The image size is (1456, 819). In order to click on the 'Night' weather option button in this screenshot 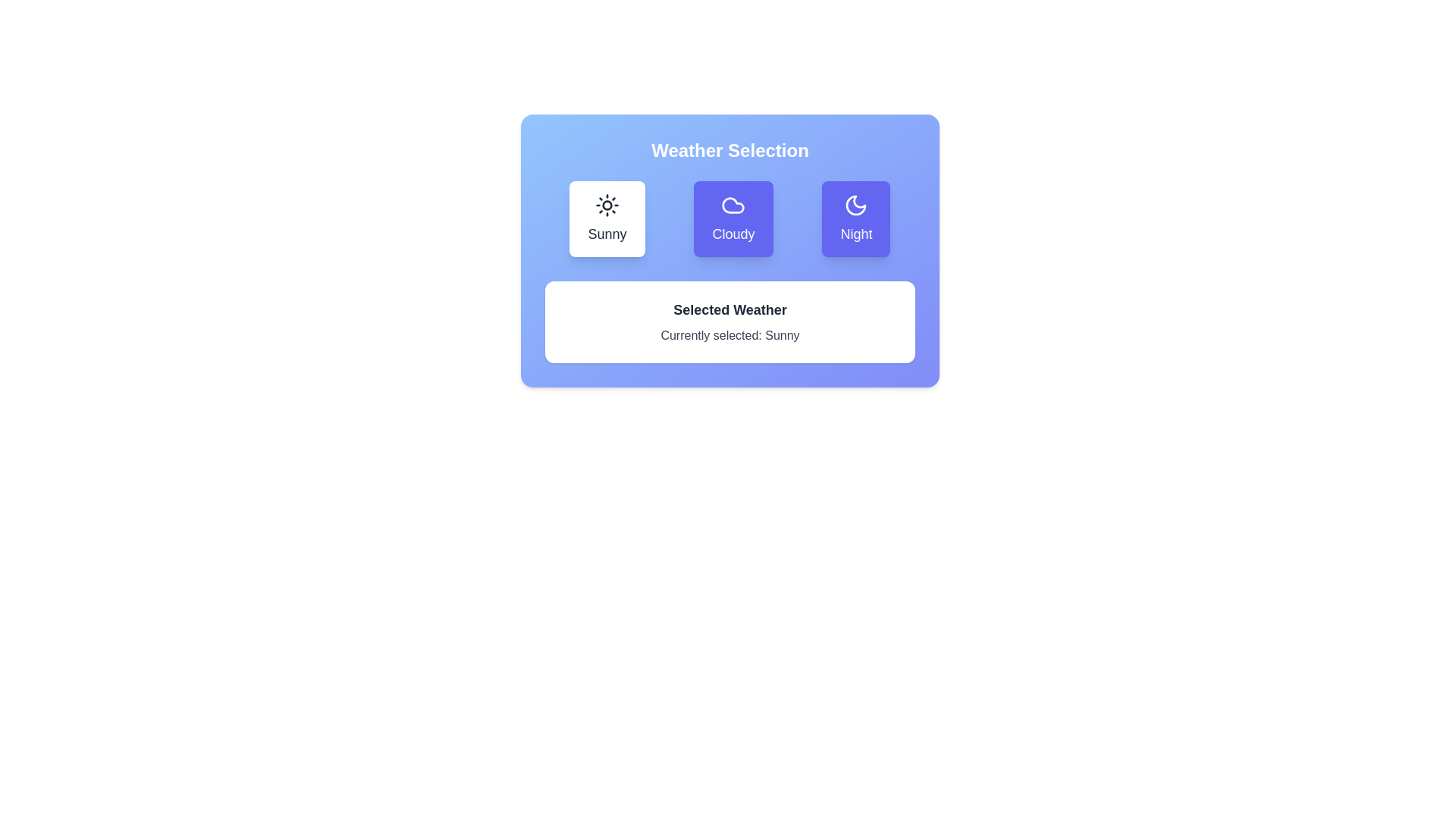, I will do `click(855, 219)`.